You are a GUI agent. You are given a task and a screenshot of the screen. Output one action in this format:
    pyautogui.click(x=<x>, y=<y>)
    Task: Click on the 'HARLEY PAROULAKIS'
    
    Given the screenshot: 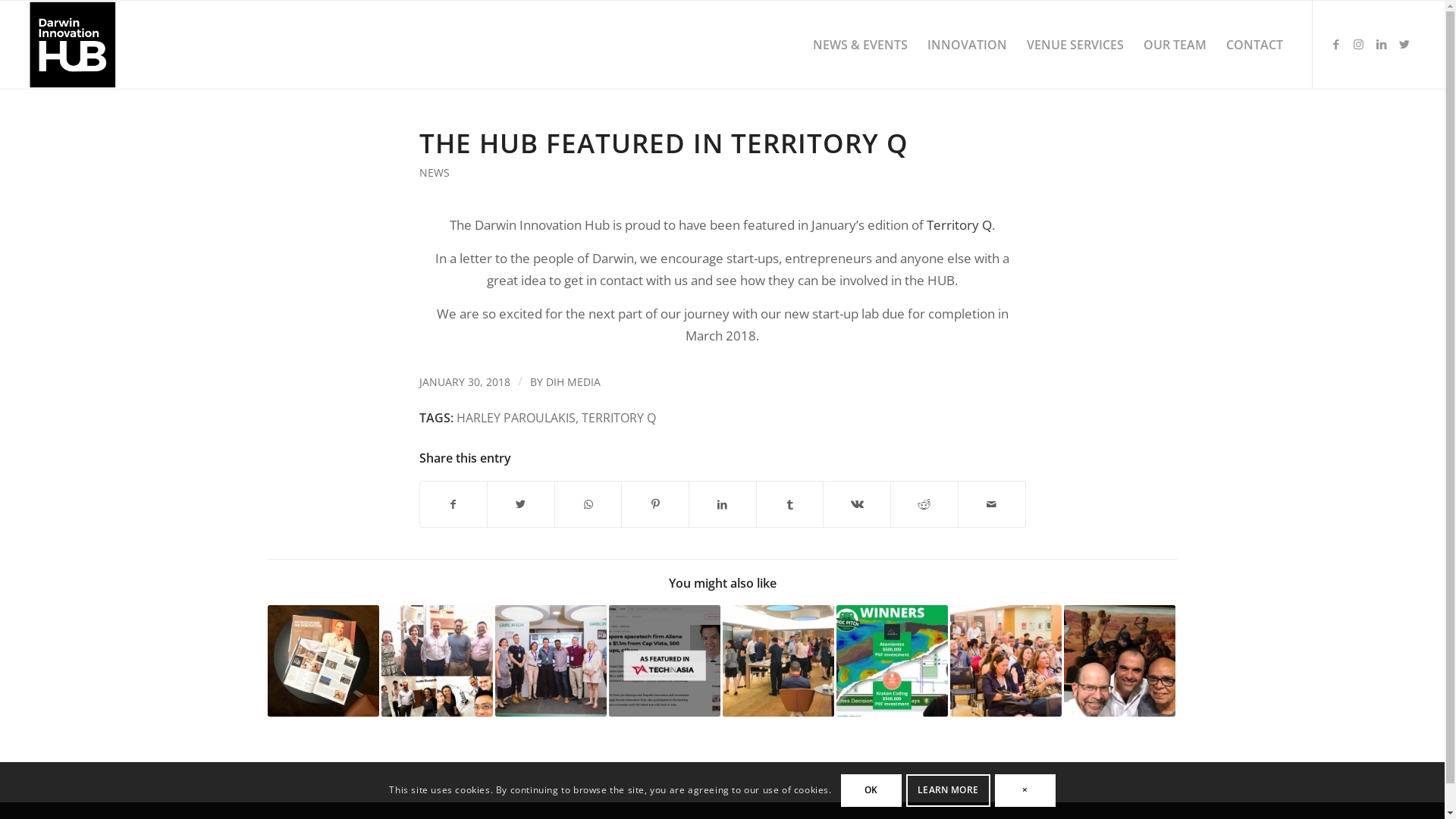 What is the action you would take?
    pyautogui.click(x=516, y=418)
    